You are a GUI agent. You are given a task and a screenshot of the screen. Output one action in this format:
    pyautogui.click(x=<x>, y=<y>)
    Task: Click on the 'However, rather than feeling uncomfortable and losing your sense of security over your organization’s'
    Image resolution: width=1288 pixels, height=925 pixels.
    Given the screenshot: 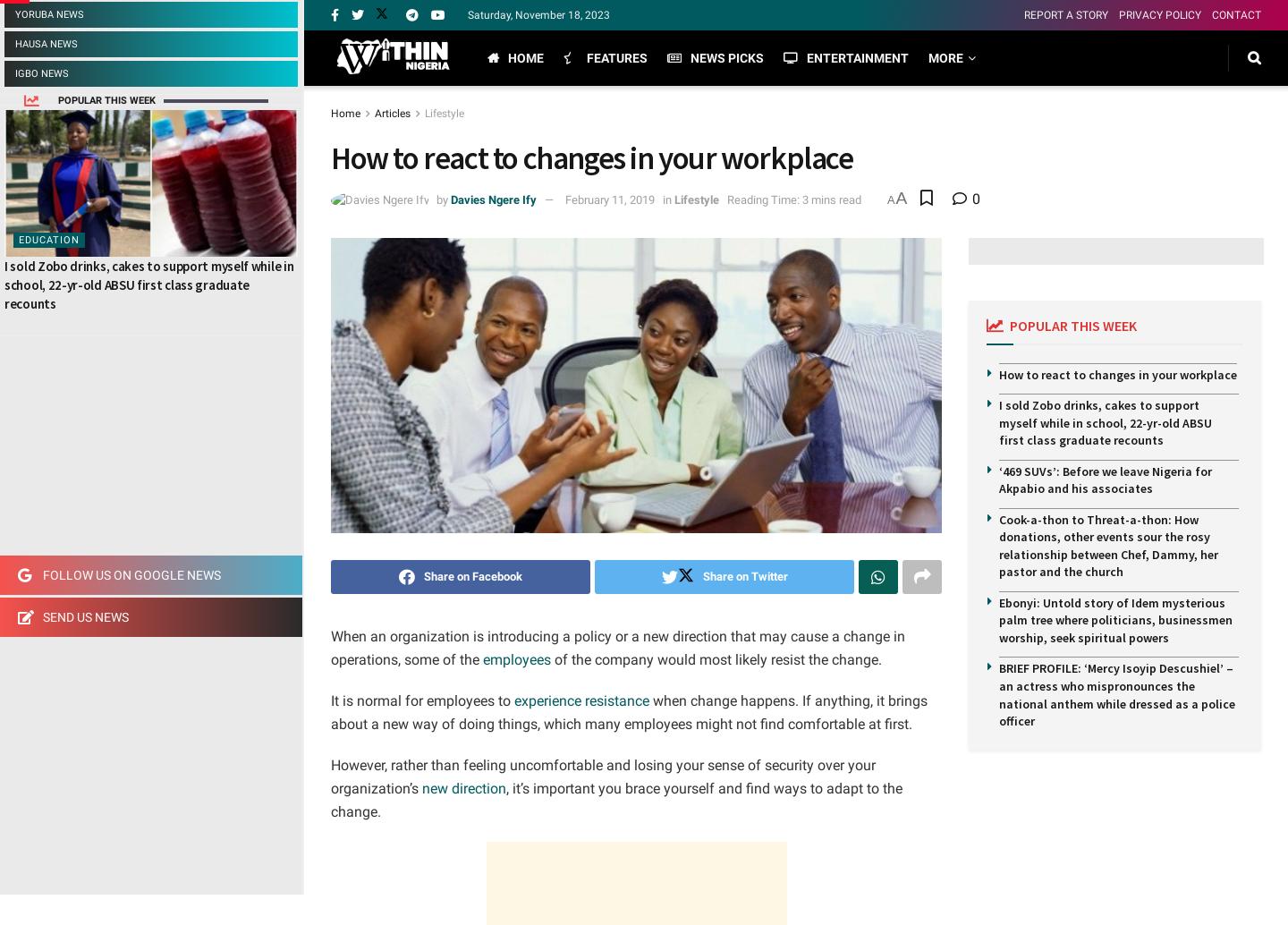 What is the action you would take?
    pyautogui.click(x=329, y=776)
    